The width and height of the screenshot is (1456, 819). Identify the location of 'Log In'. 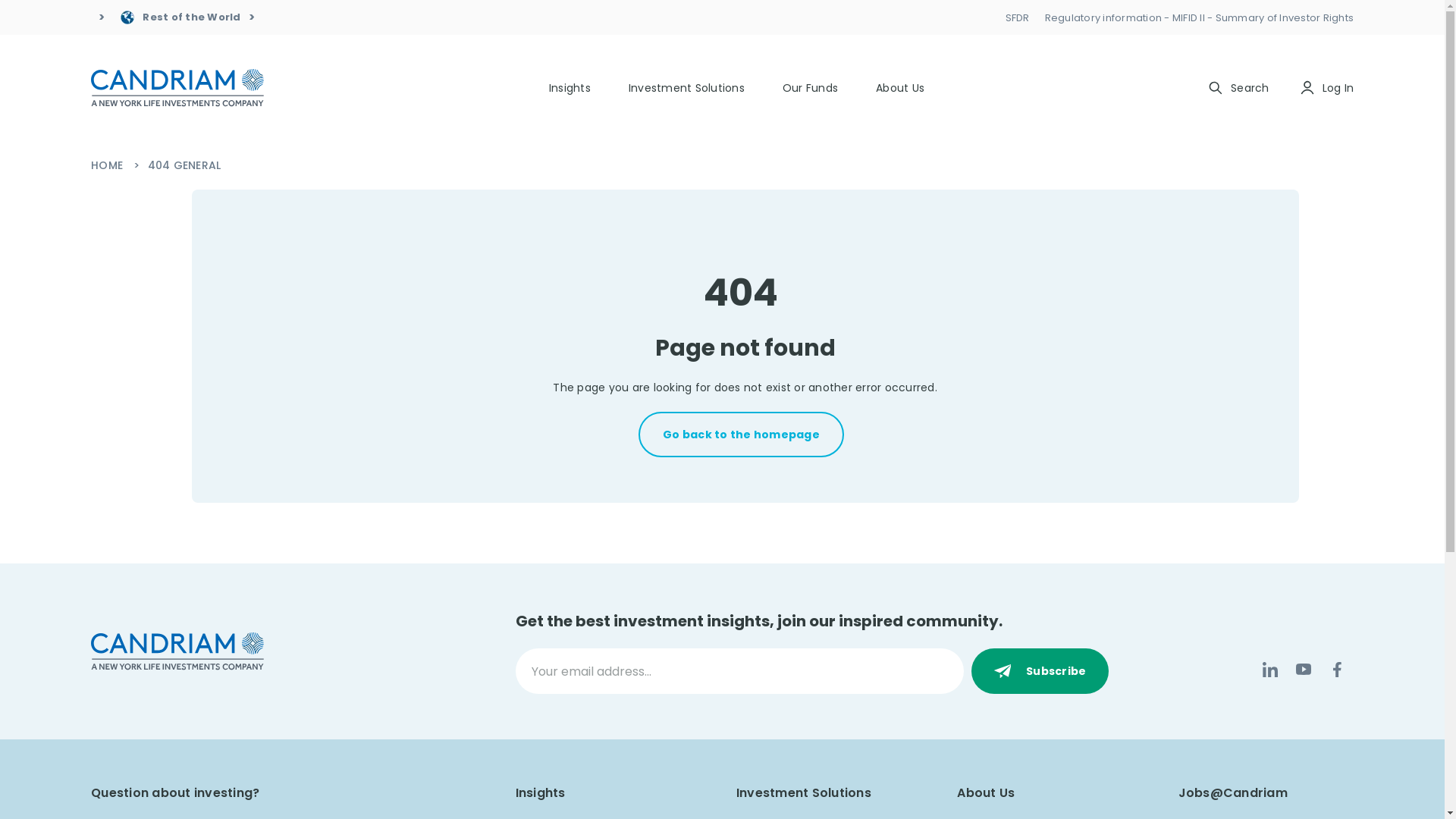
(1298, 87).